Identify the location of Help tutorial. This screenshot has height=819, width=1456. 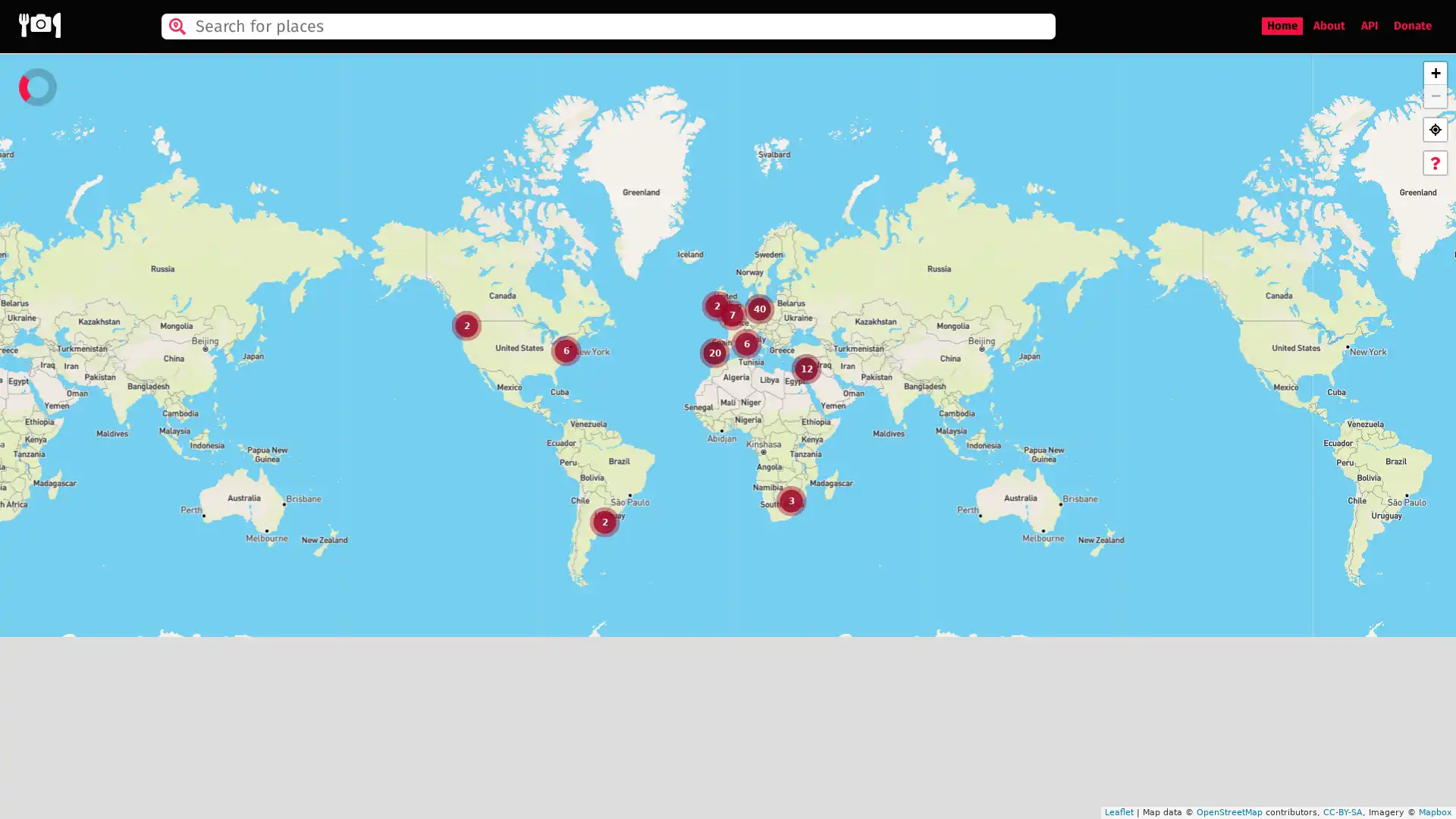
(1434, 163).